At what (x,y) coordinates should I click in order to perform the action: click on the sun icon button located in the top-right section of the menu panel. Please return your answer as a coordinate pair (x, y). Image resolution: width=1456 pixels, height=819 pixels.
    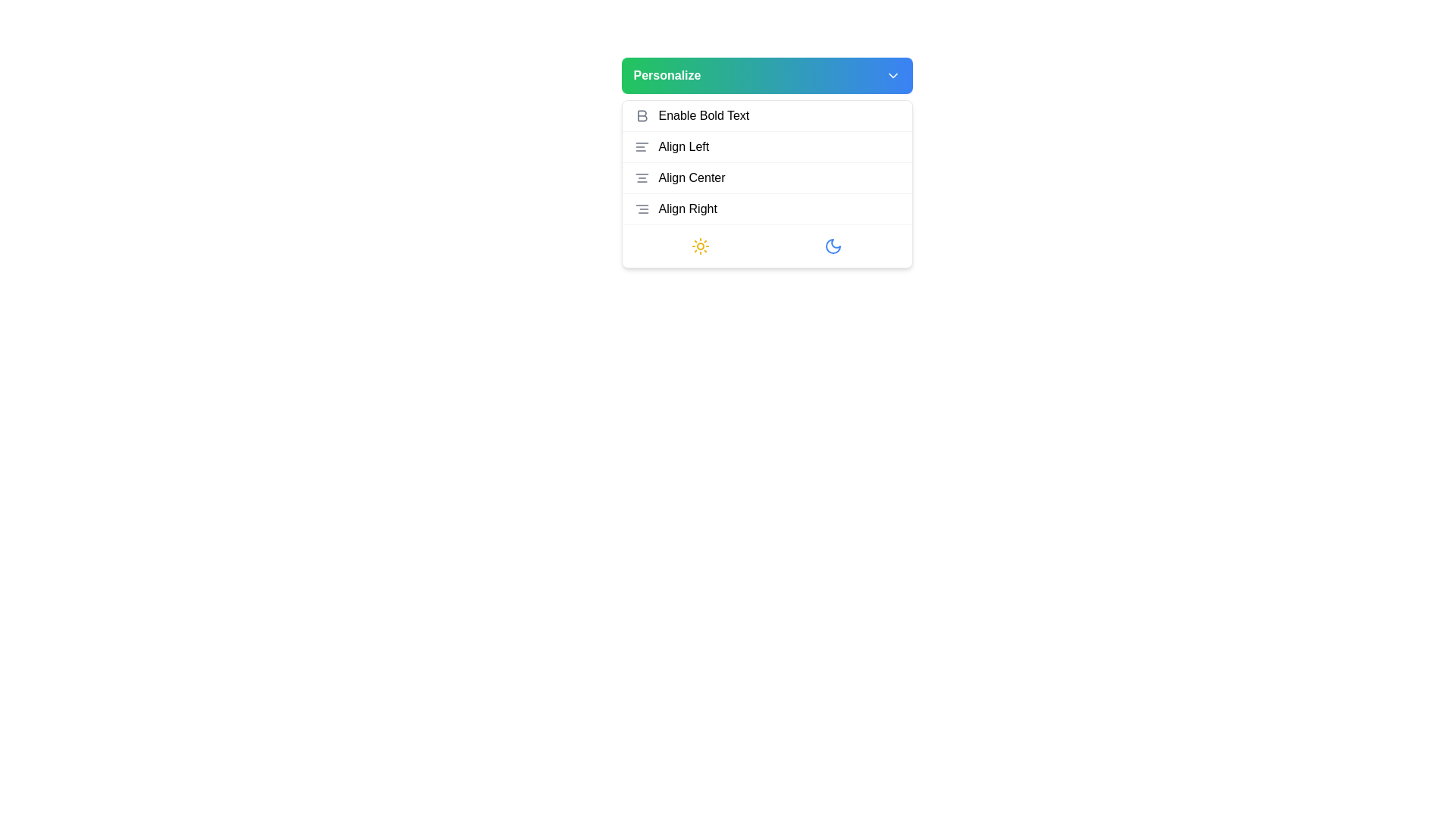
    Looking at the image, I should click on (700, 245).